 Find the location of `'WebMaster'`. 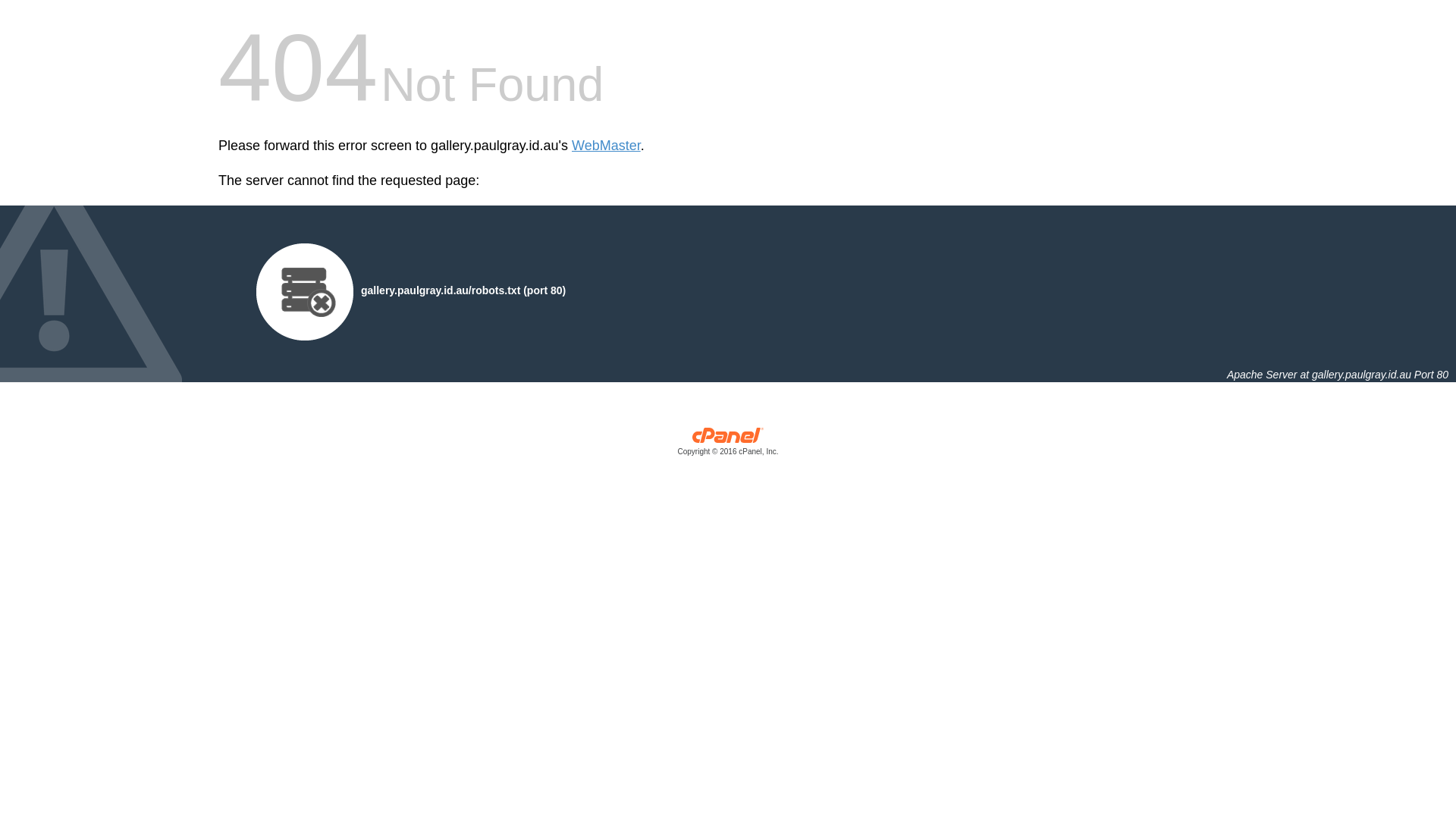

'WebMaster' is located at coordinates (605, 146).